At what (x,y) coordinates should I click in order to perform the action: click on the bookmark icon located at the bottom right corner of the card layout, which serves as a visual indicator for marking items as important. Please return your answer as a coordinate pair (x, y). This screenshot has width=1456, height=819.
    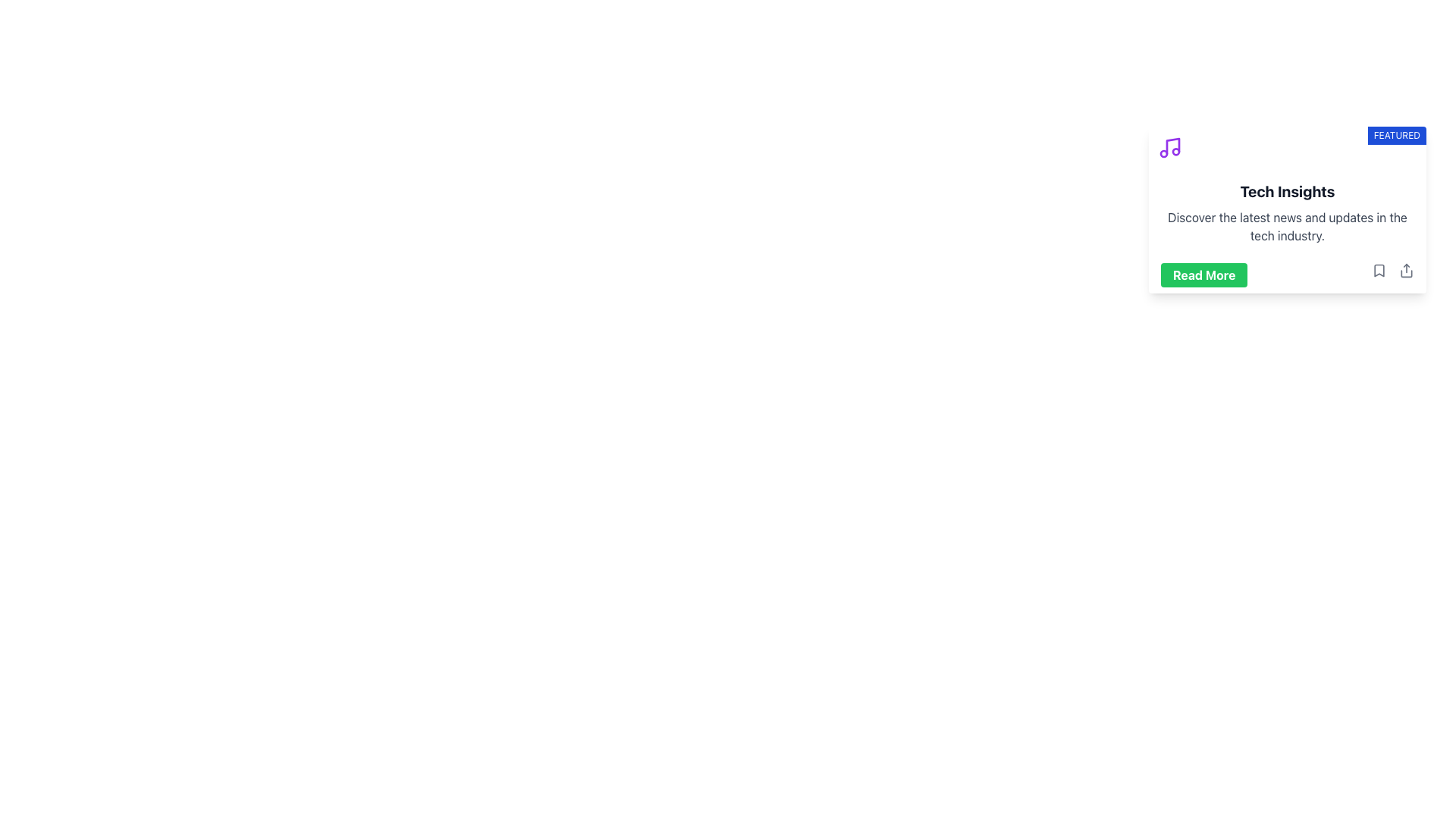
    Looking at the image, I should click on (1379, 270).